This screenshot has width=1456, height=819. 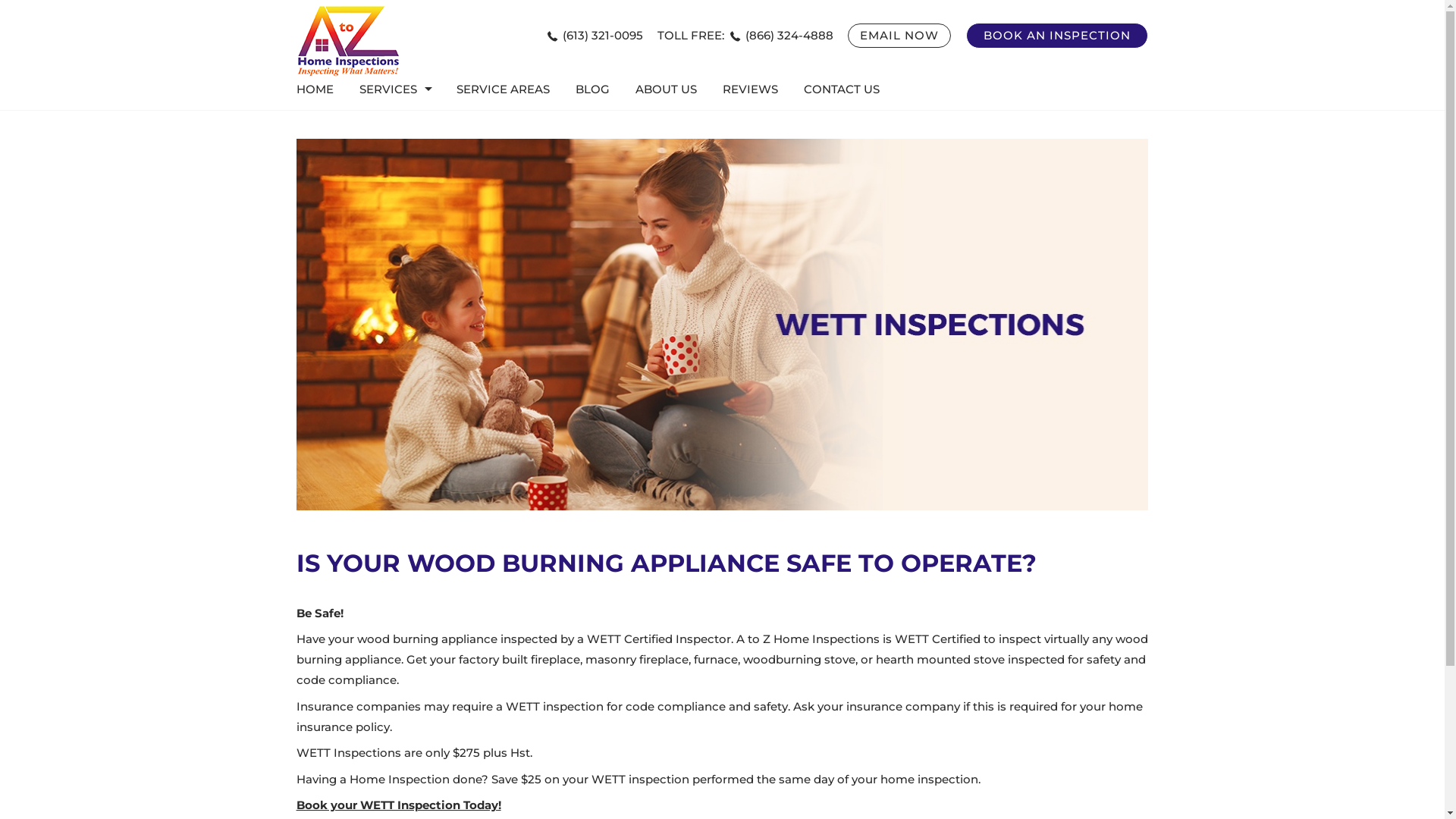 I want to click on 'ABOUT US', so click(x=666, y=89).